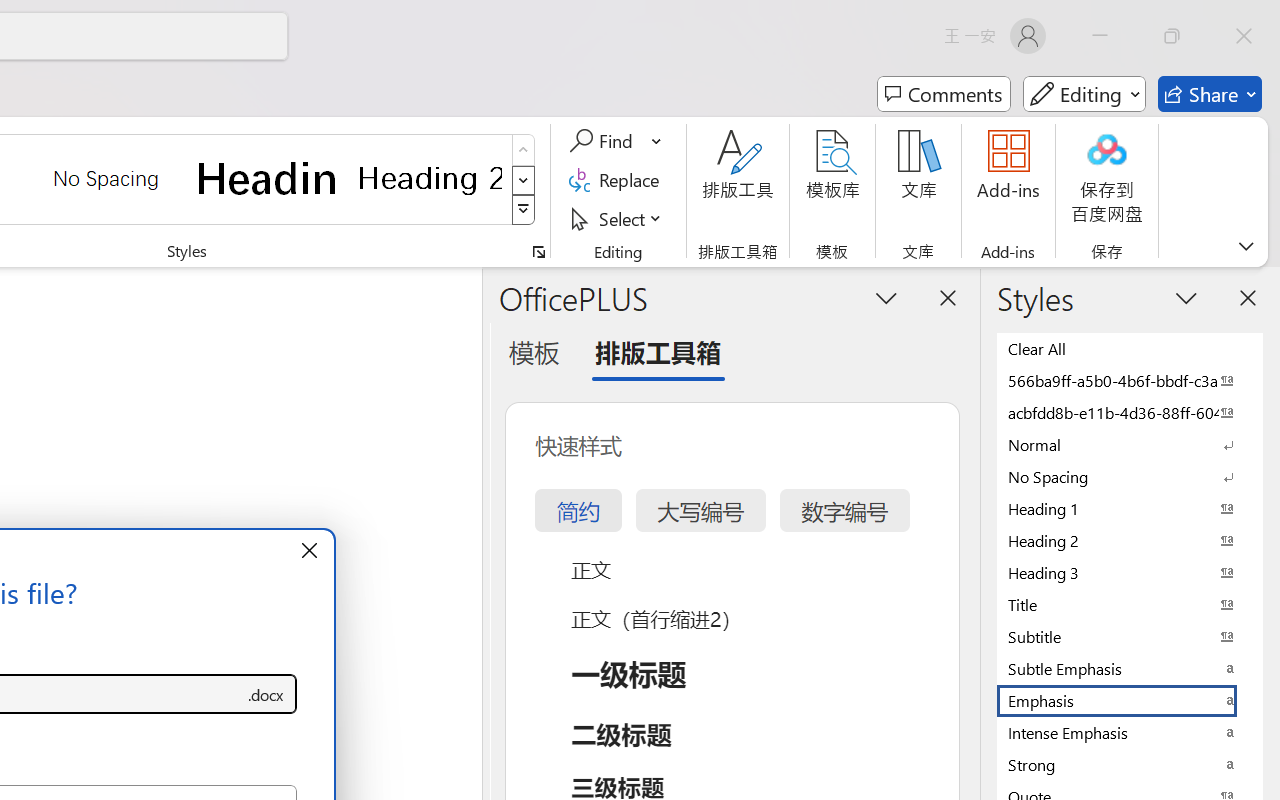 This screenshot has width=1280, height=800. What do you see at coordinates (1209, 94) in the screenshot?
I see `'Share'` at bounding box center [1209, 94].